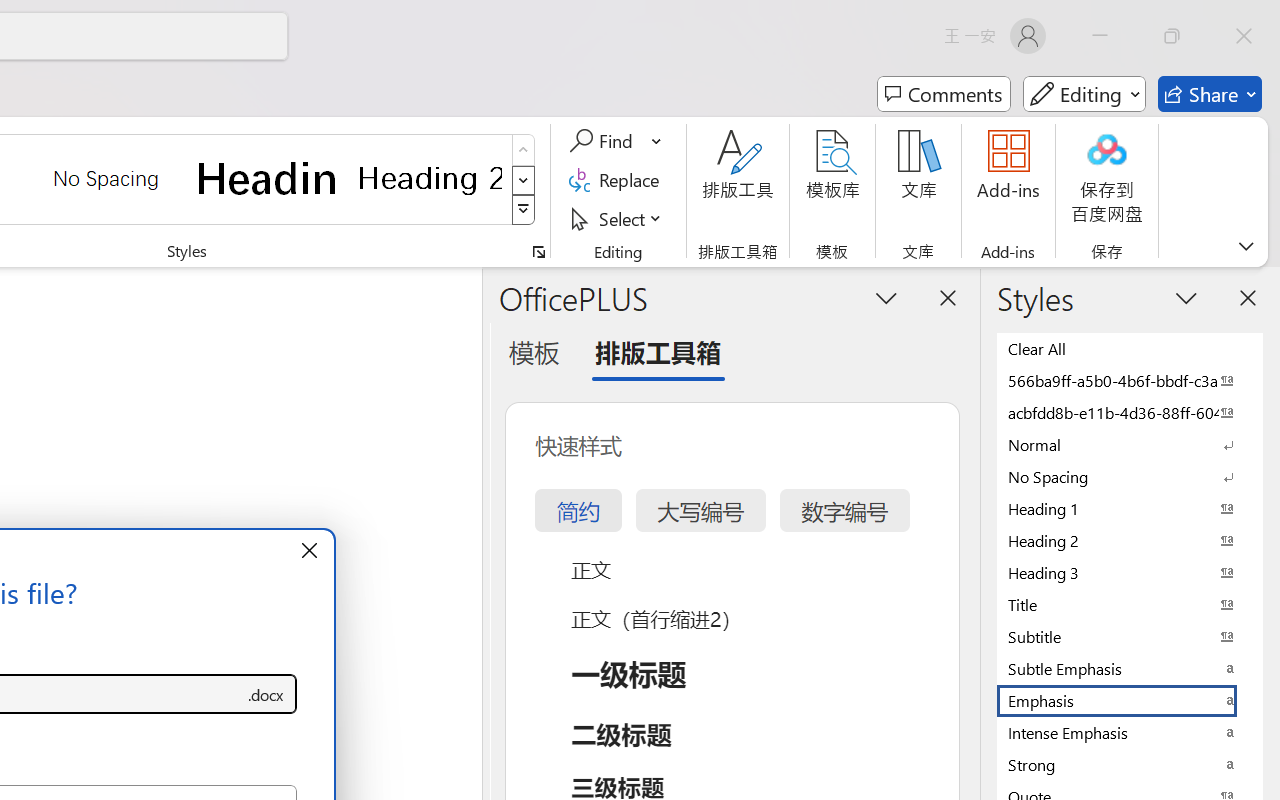 This screenshot has width=1280, height=800. What do you see at coordinates (1209, 94) in the screenshot?
I see `'Share'` at bounding box center [1209, 94].